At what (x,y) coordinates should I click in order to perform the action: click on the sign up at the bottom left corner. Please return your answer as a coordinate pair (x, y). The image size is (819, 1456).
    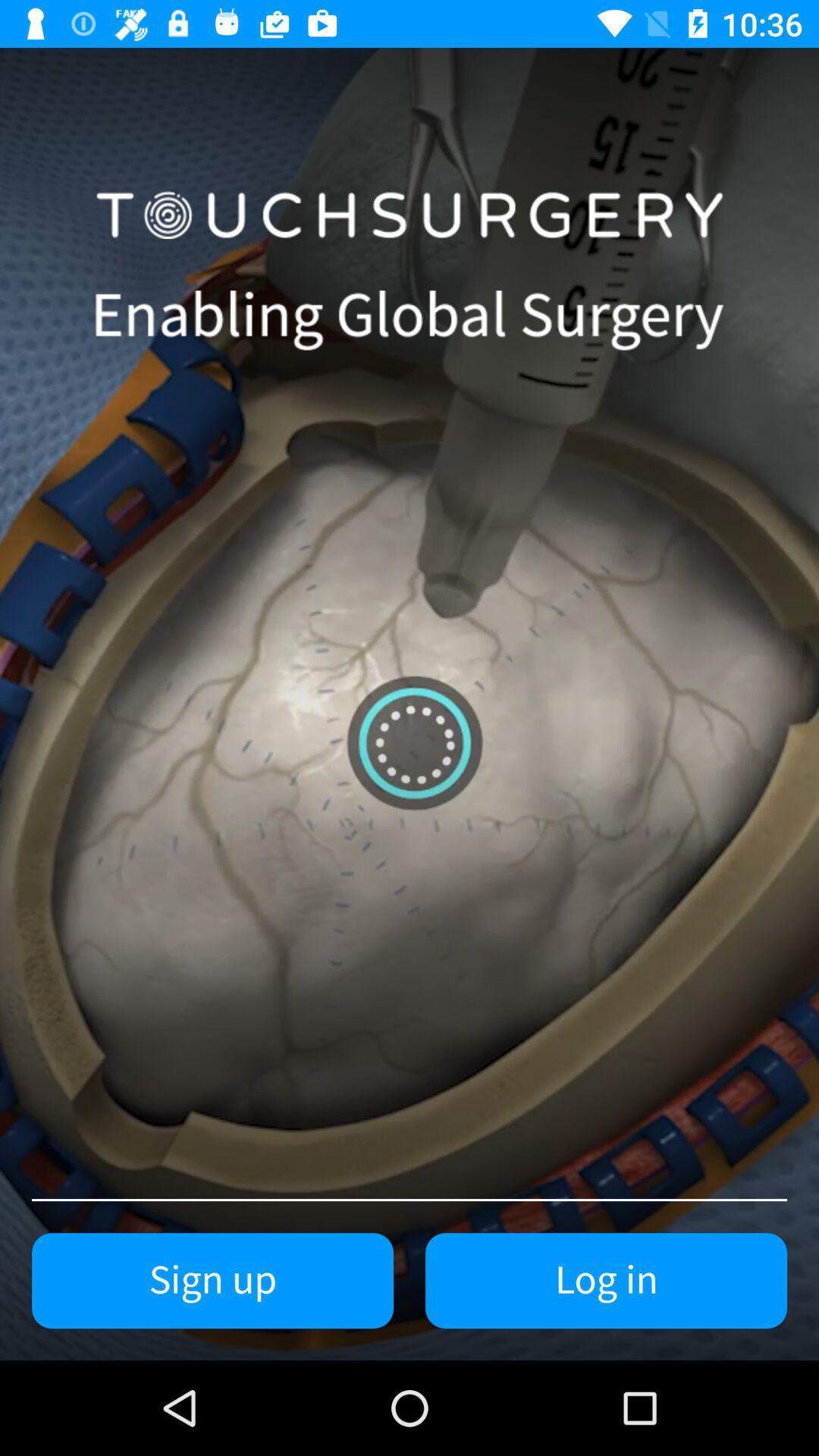
    Looking at the image, I should click on (212, 1280).